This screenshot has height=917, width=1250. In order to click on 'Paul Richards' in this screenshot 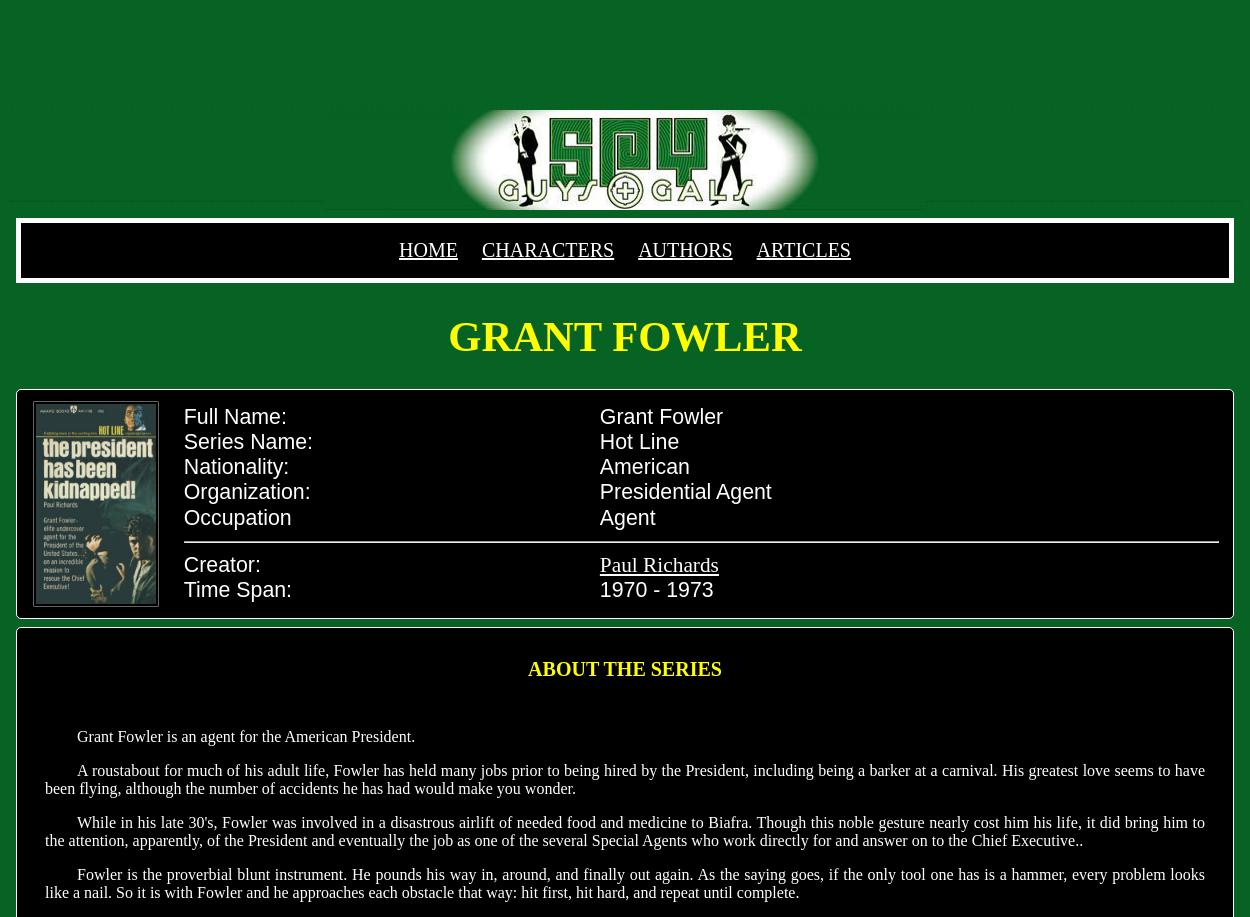, I will do `click(598, 564)`.